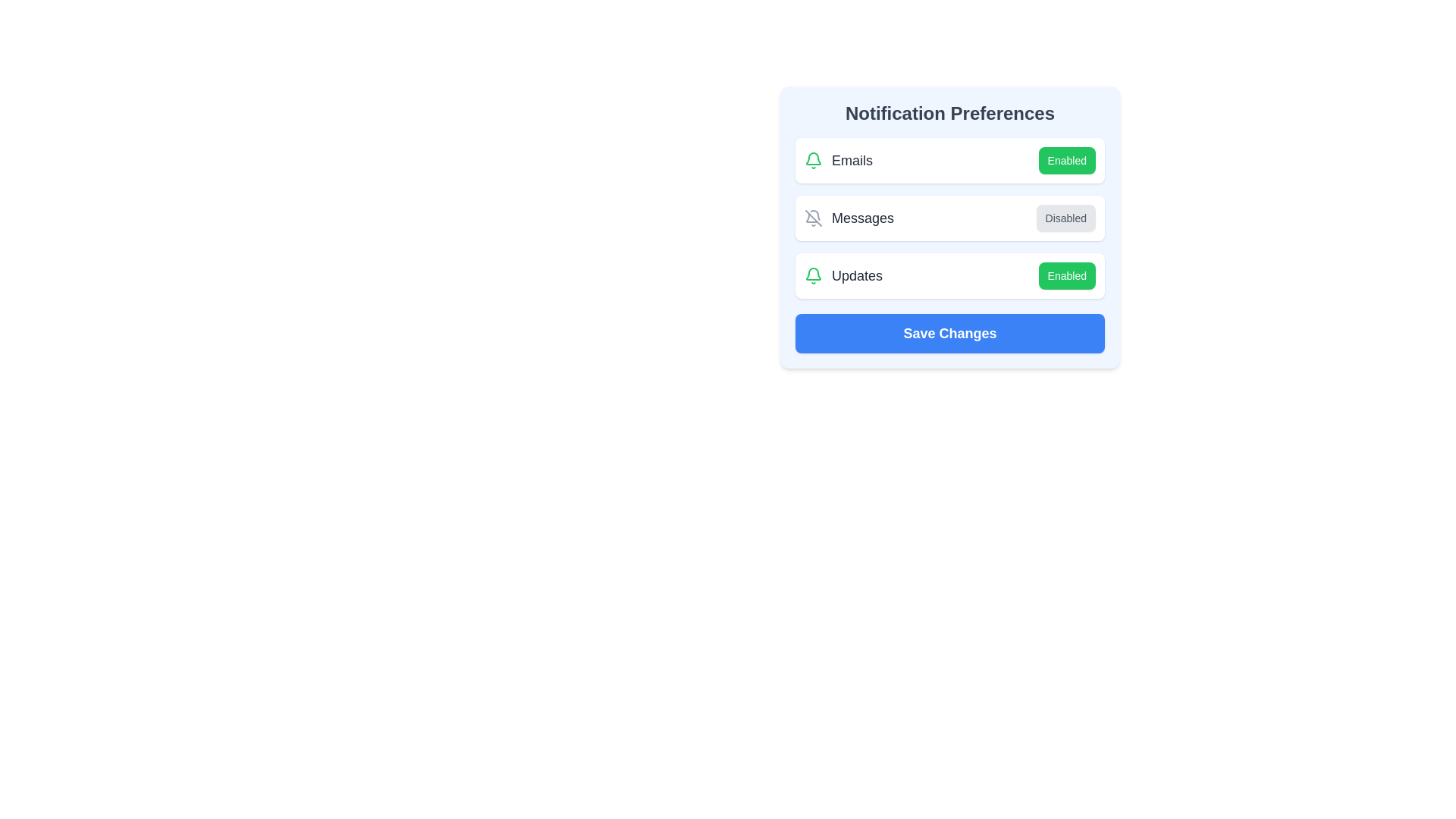 The width and height of the screenshot is (1456, 819). What do you see at coordinates (1065, 275) in the screenshot?
I see `the 'Enabled' button for 'Updates' to toggle its state` at bounding box center [1065, 275].